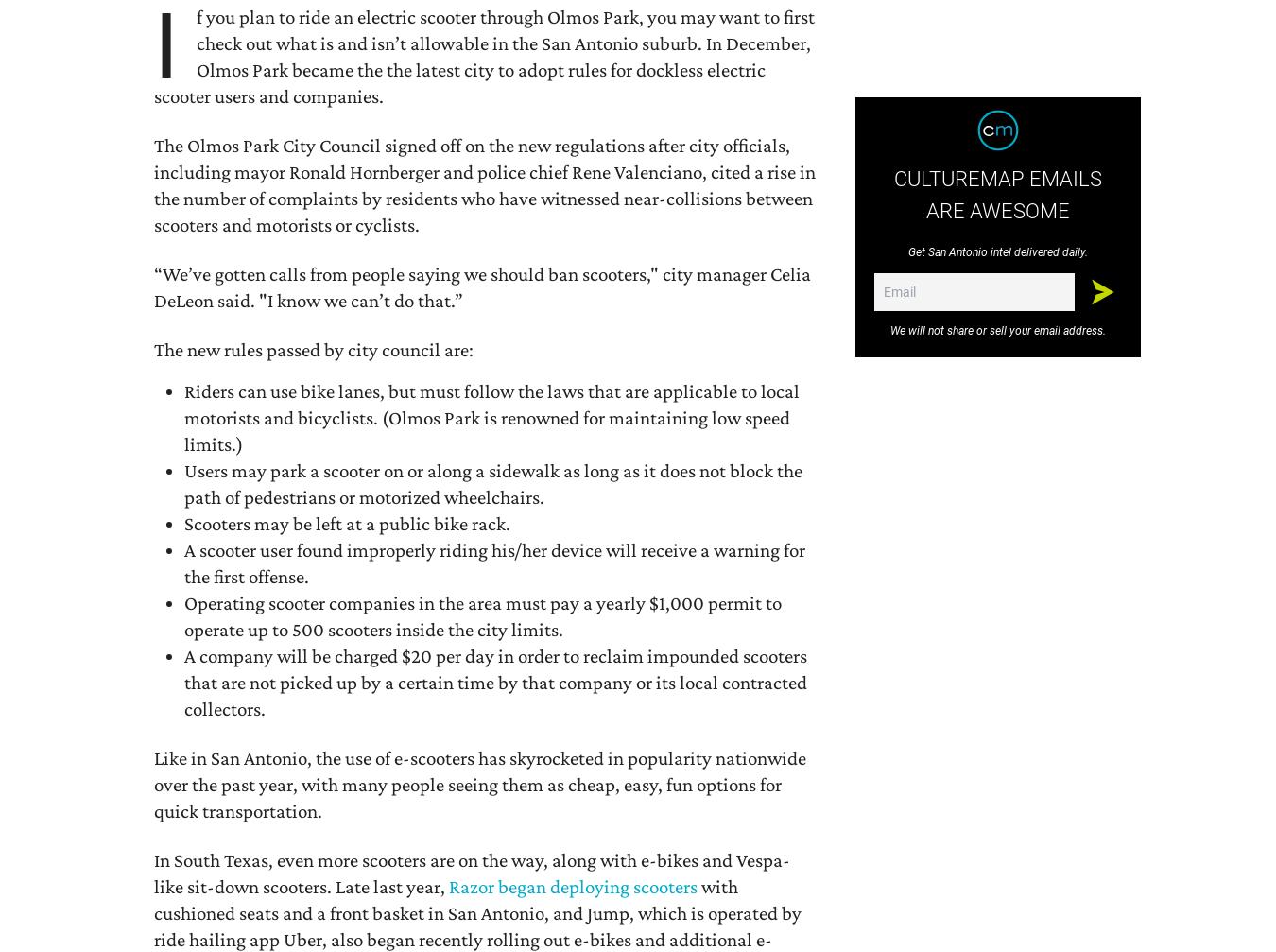 This screenshot has height=952, width=1276. I want to click on 'The new rules passed by city council are:', so click(312, 348).